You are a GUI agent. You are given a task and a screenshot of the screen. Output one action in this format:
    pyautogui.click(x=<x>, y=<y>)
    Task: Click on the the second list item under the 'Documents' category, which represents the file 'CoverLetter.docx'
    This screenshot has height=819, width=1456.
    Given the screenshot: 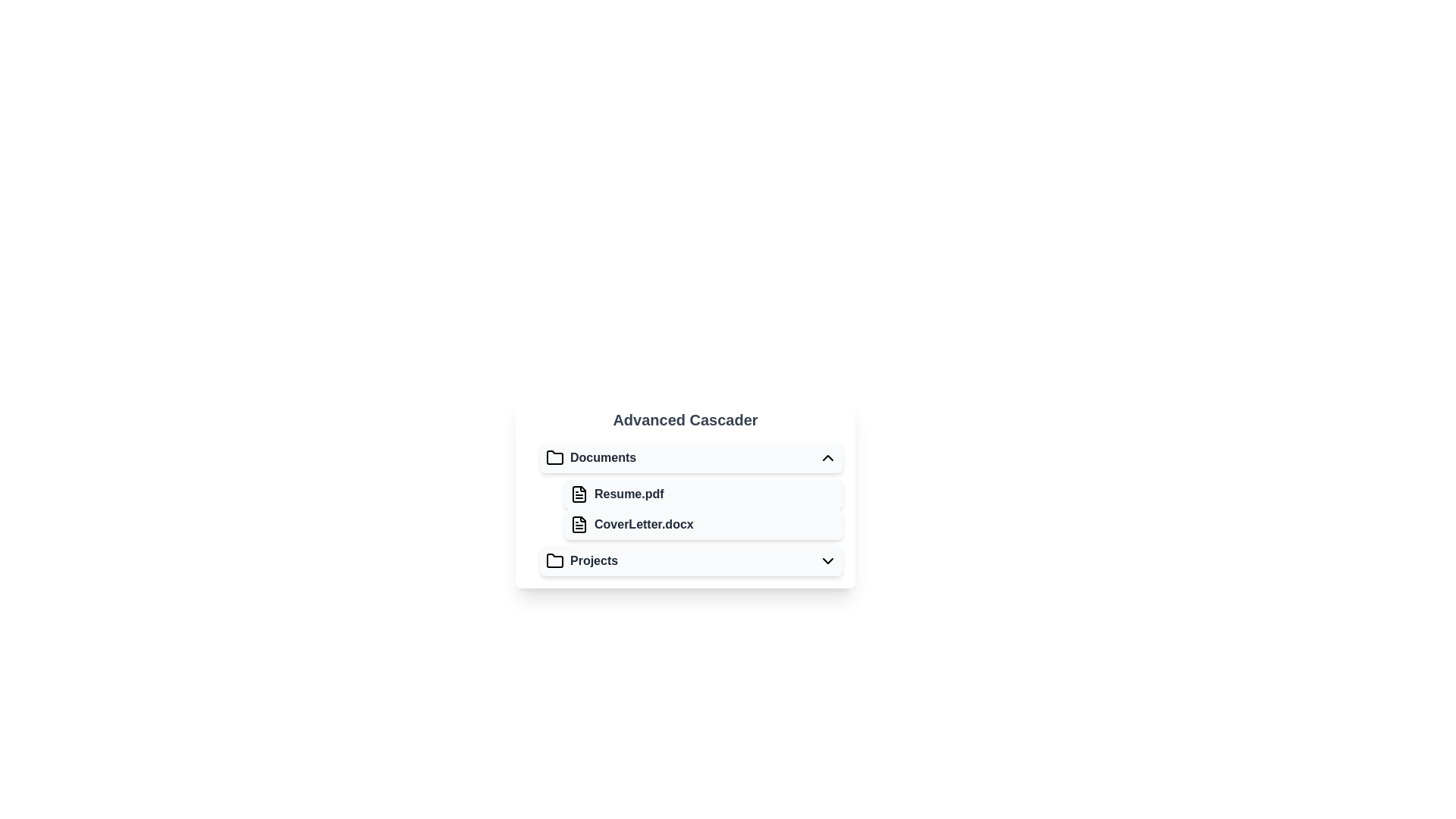 What is the action you would take?
    pyautogui.click(x=697, y=523)
    